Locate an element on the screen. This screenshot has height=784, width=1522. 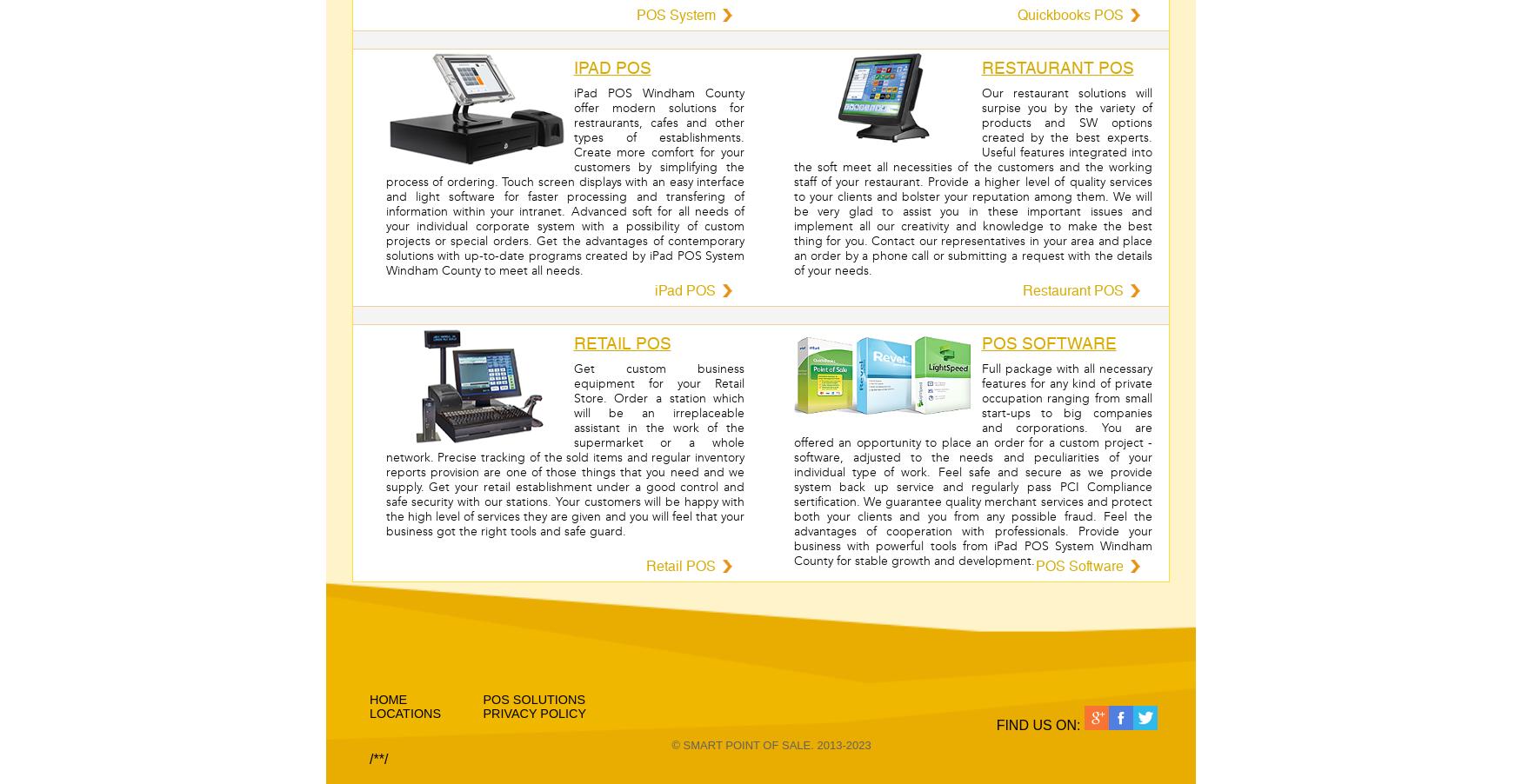
'POS System' is located at coordinates (674, 14).